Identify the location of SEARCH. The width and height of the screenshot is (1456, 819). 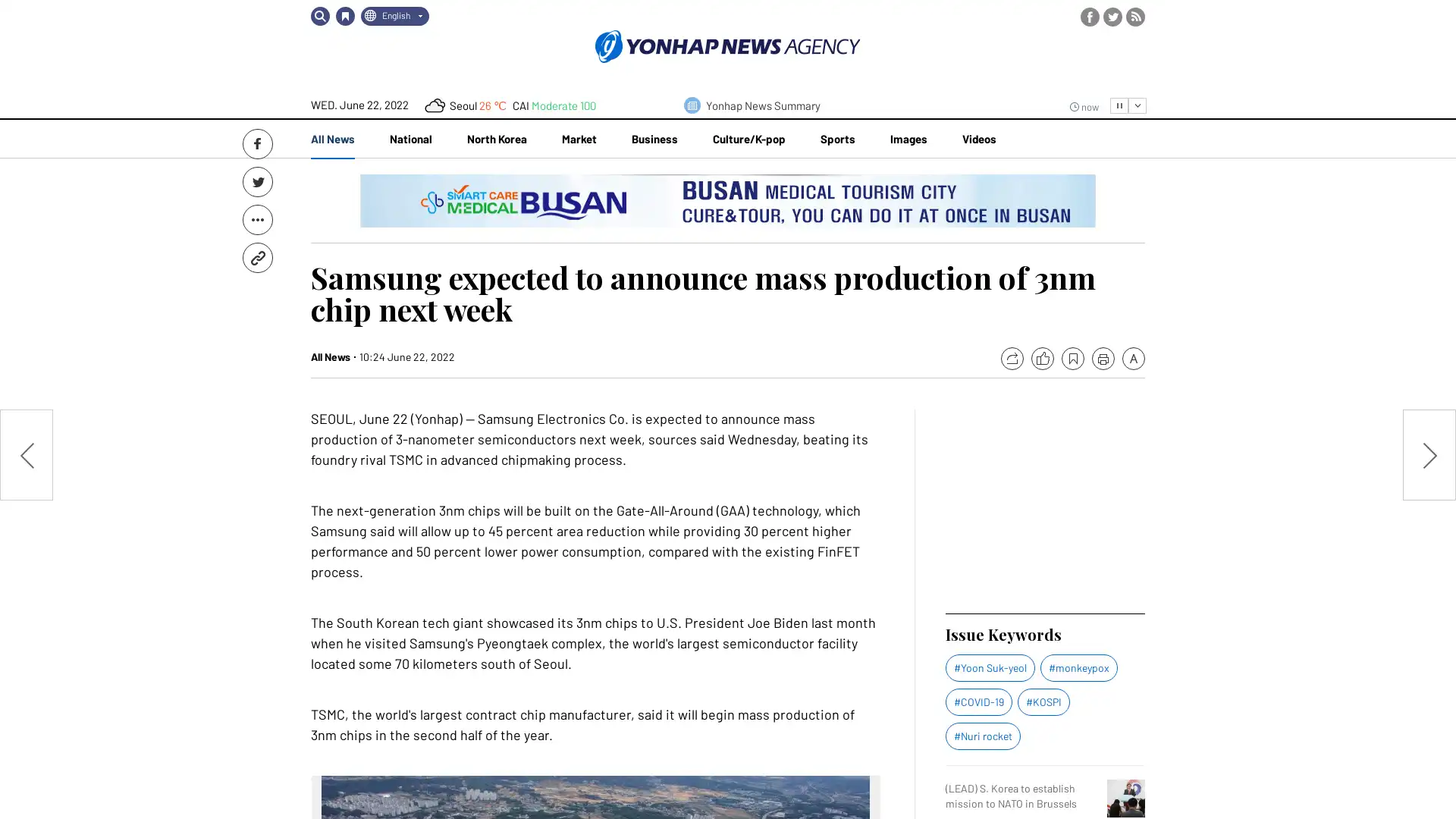
(319, 16).